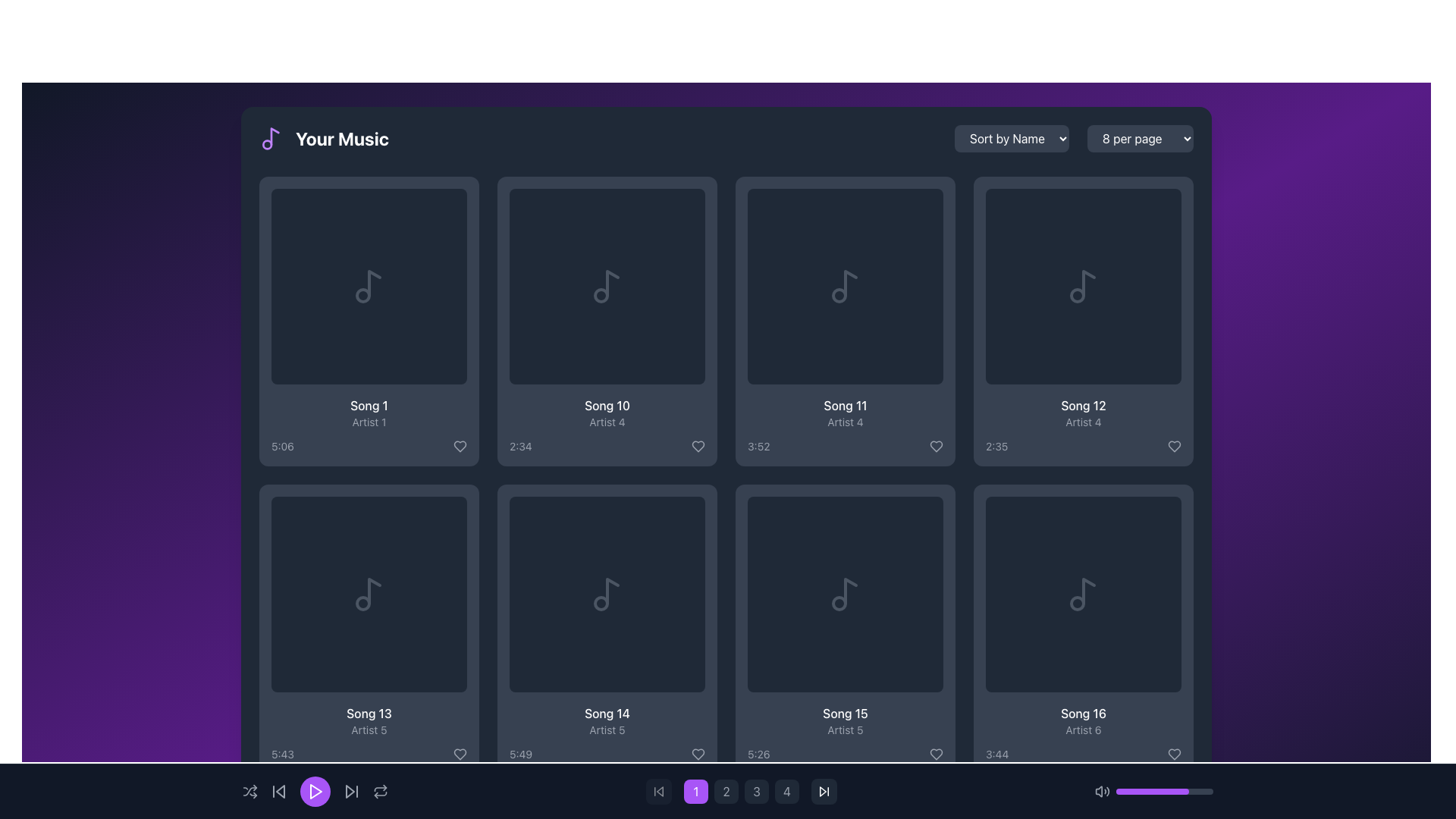  I want to click on the circular purple button with a play icon located centrally in the Song 11 card group over the album art area, so click(844, 287).